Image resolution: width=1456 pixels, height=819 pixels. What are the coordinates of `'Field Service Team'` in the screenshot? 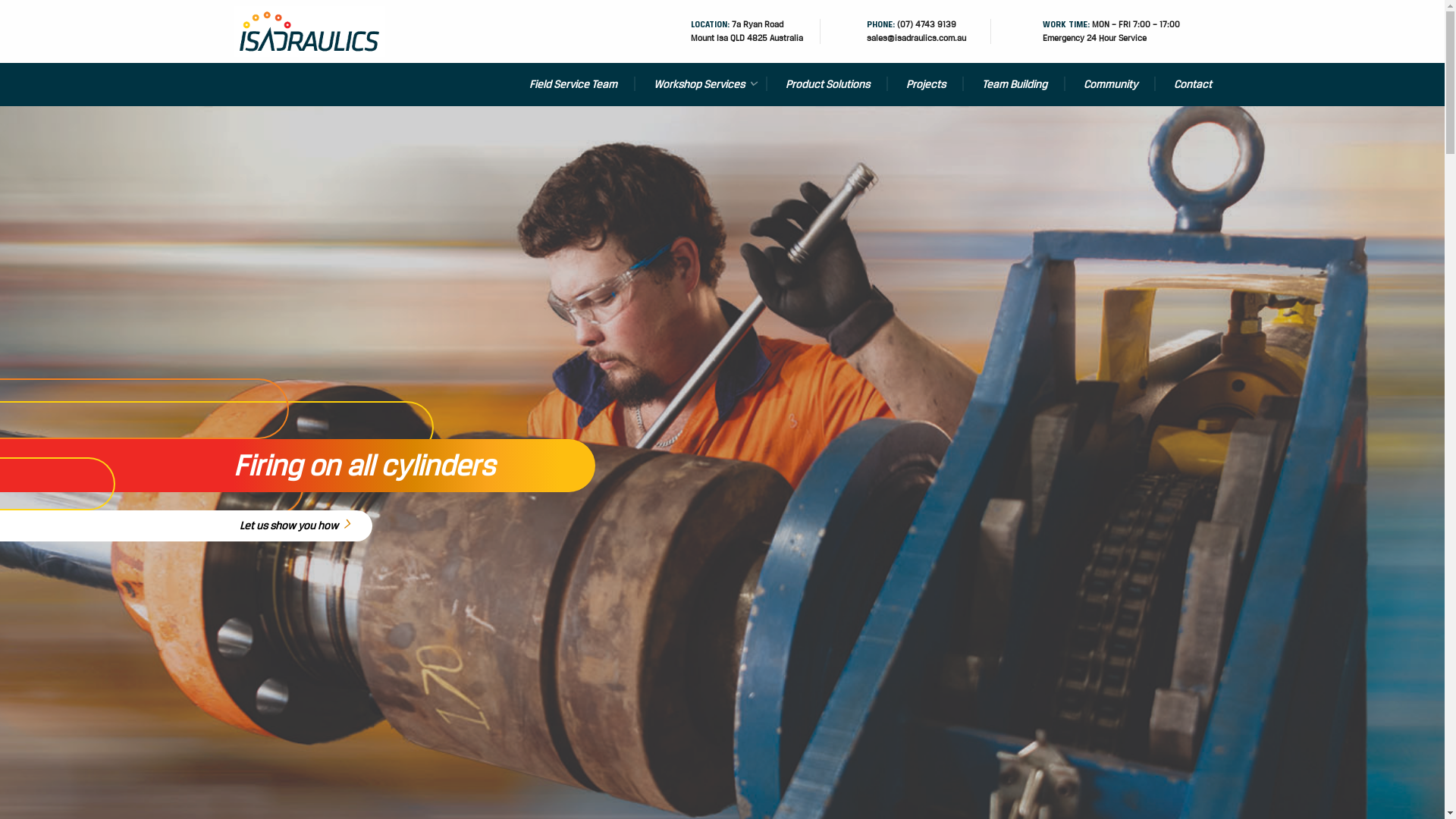 It's located at (572, 84).